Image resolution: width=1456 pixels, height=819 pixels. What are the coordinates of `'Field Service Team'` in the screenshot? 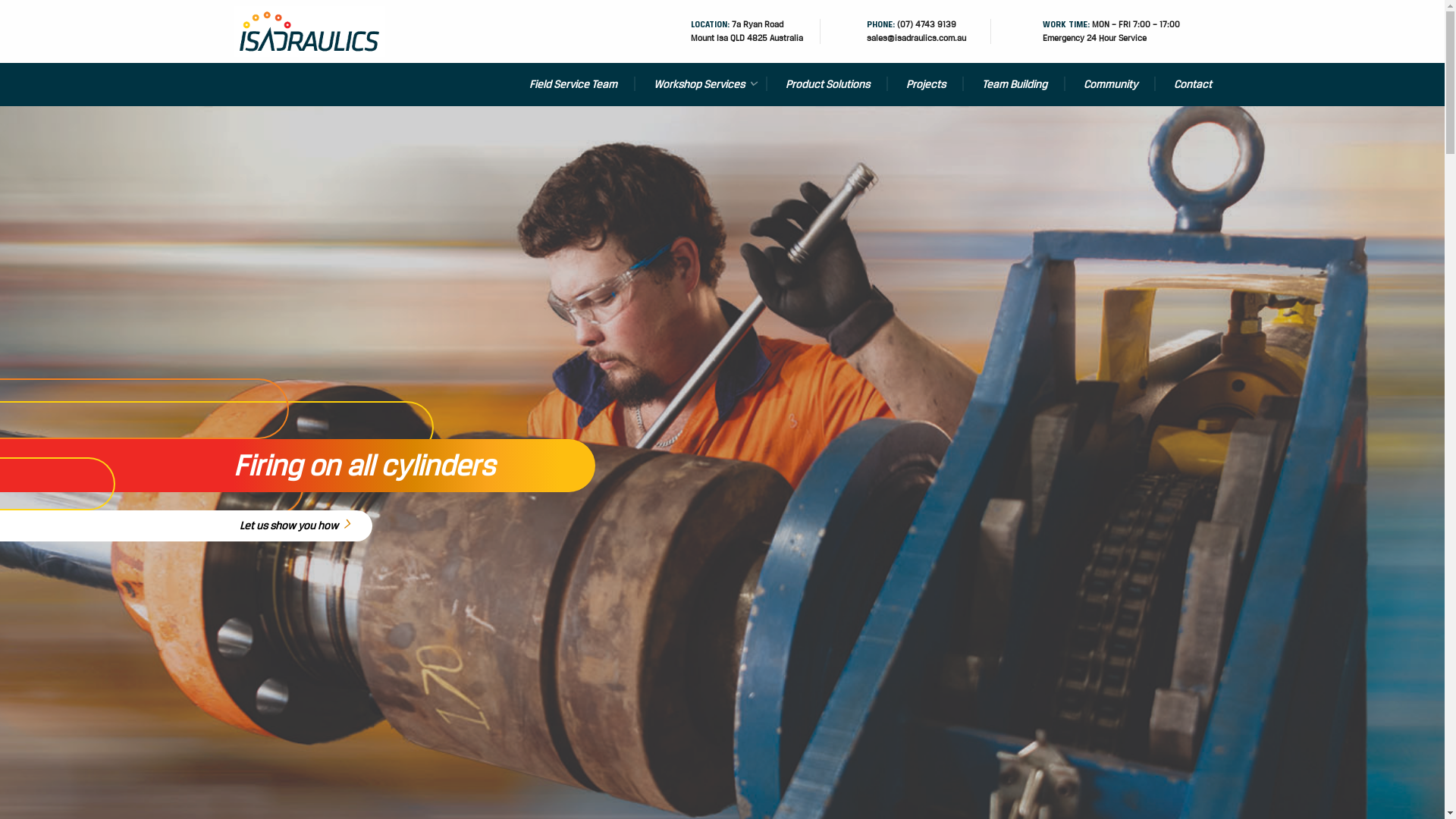 It's located at (572, 84).